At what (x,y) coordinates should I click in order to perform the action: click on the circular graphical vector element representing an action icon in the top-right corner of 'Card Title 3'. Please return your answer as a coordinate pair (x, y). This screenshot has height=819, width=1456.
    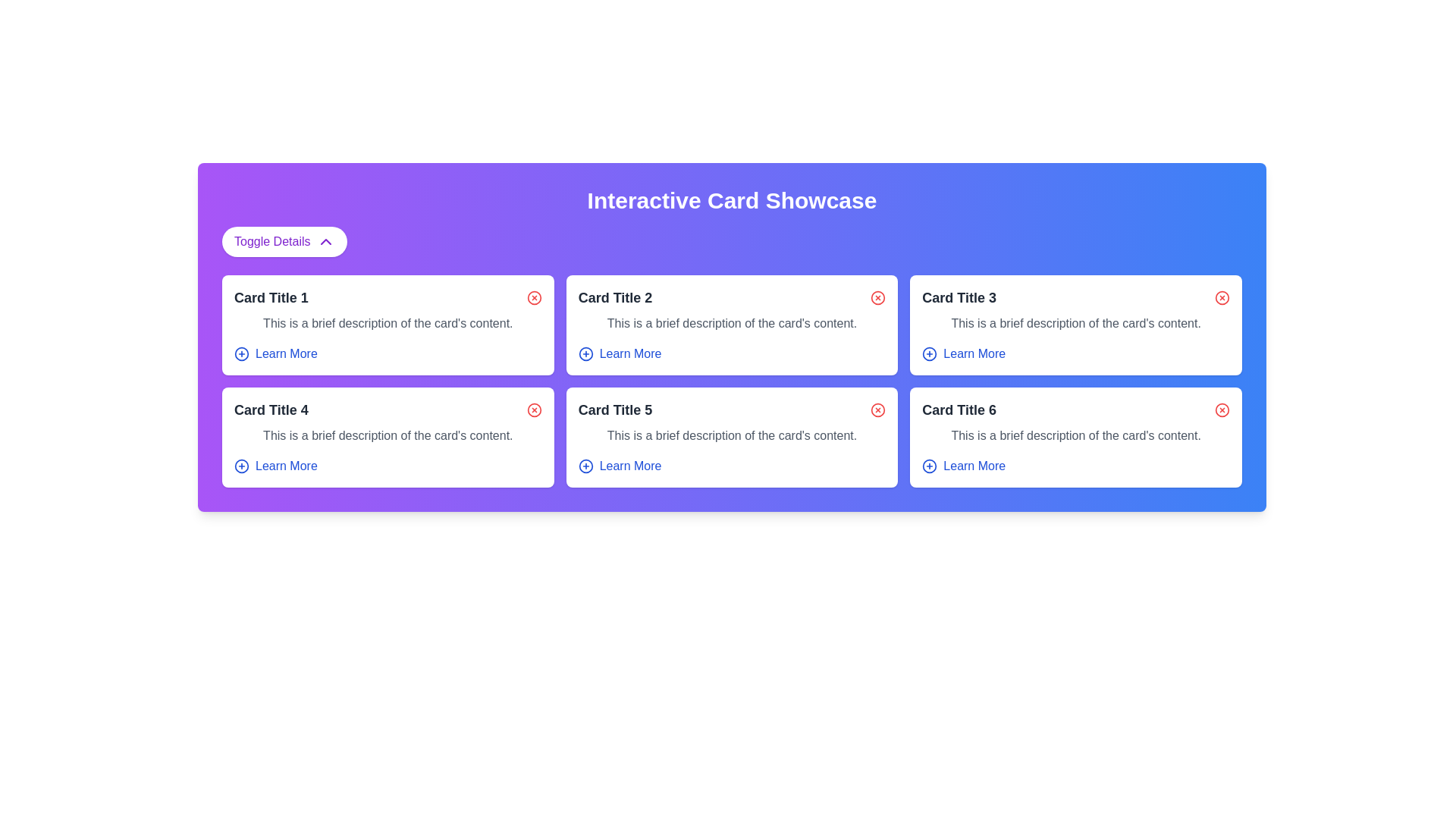
    Looking at the image, I should click on (929, 353).